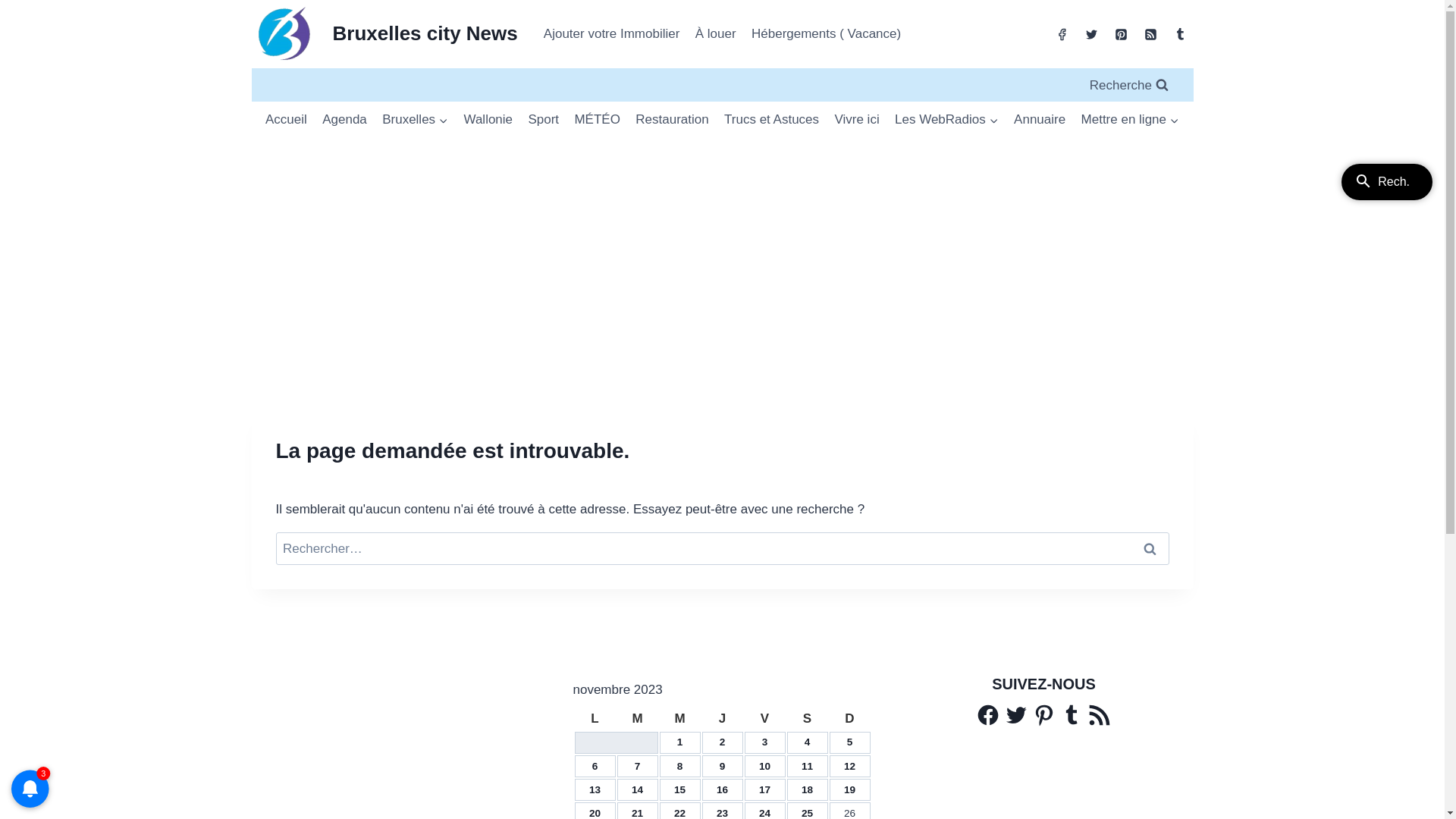 The height and width of the screenshot is (819, 1456). Describe the element at coordinates (806, 765) in the screenshot. I see `'11'` at that location.